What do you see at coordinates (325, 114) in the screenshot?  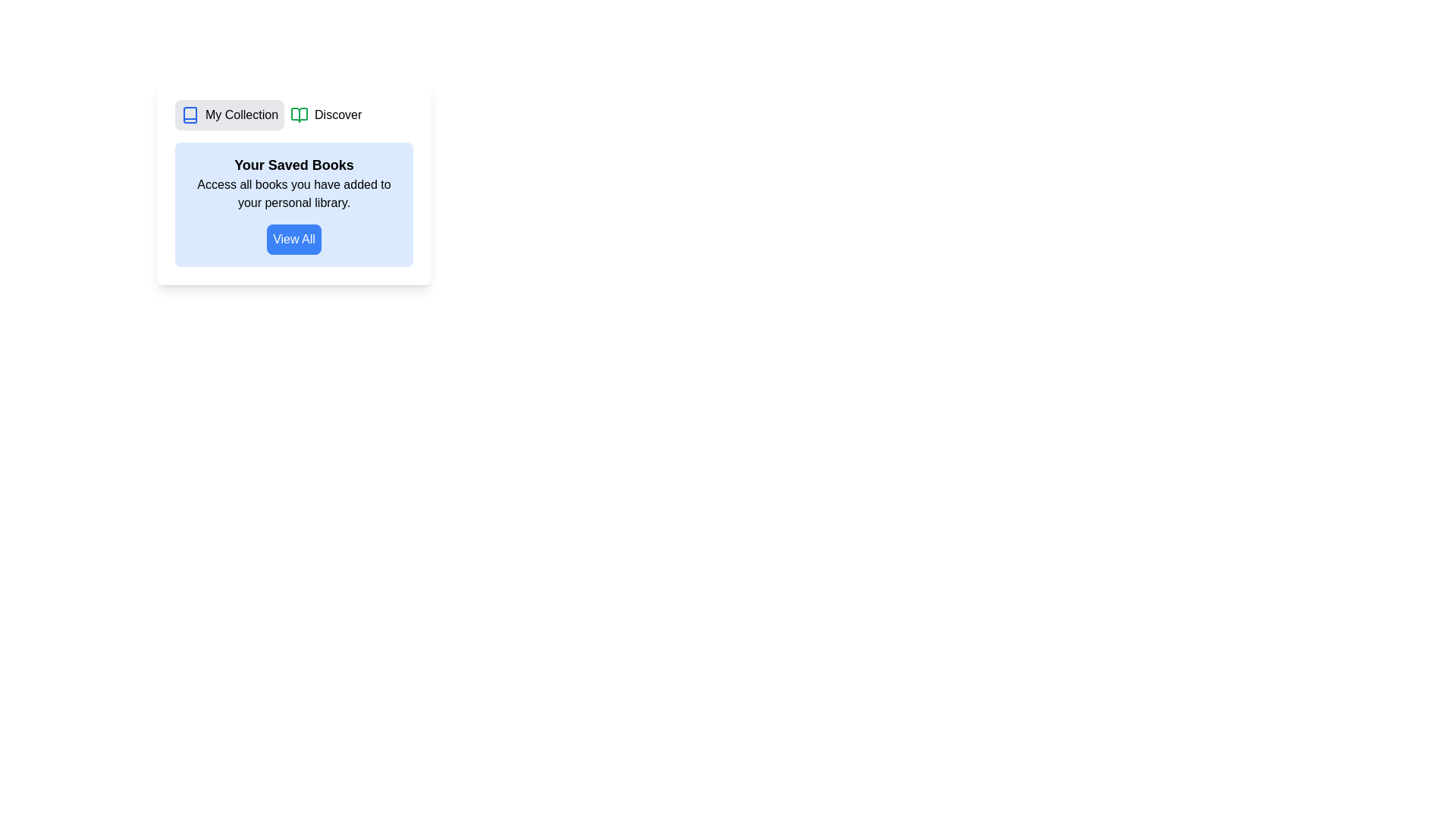 I see `the Discover tab` at bounding box center [325, 114].